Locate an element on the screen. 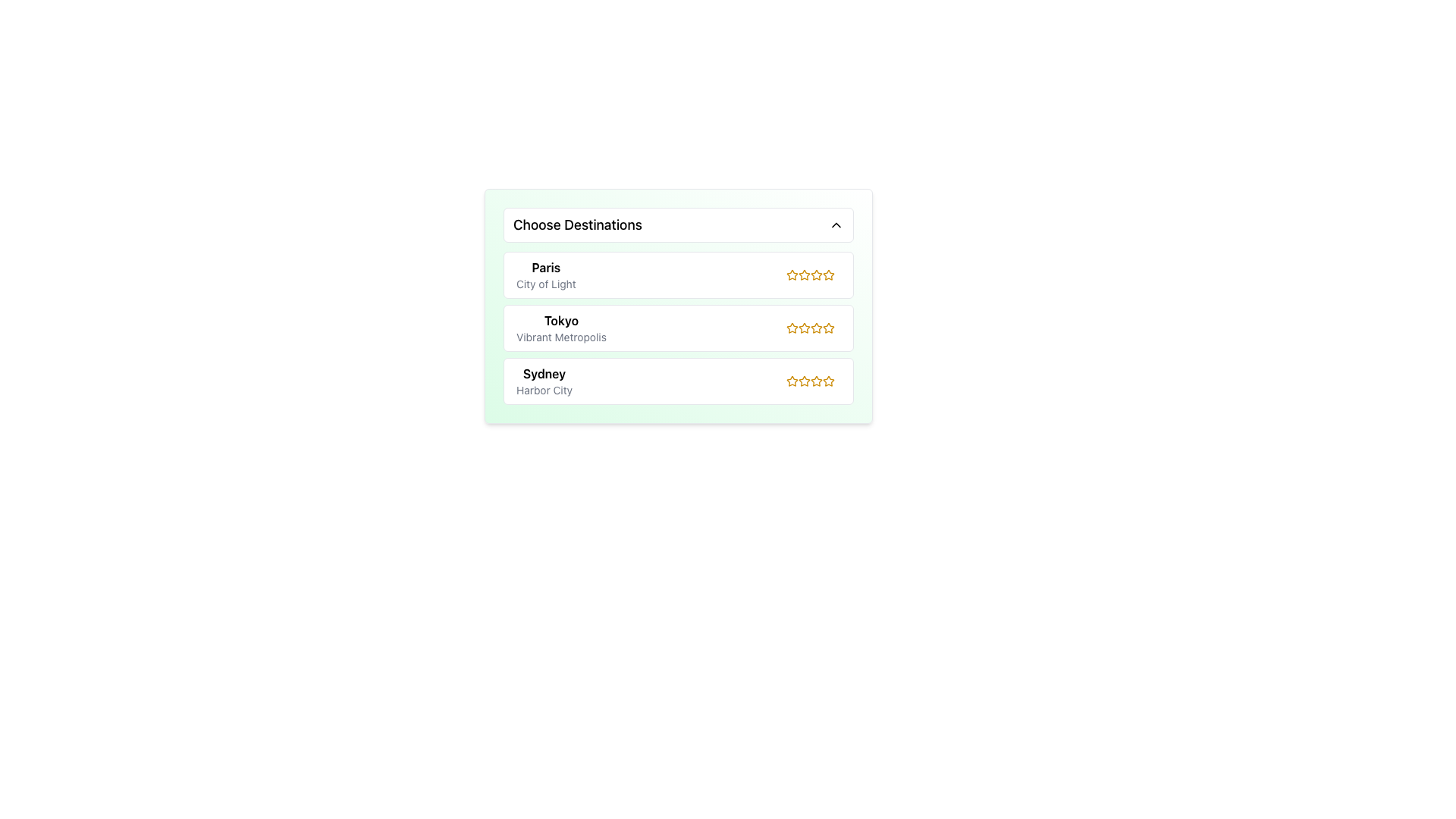 This screenshot has width=1456, height=819. the Chevron arrow icon located to the far right of the 'Choose Destinations' label is located at coordinates (836, 225).